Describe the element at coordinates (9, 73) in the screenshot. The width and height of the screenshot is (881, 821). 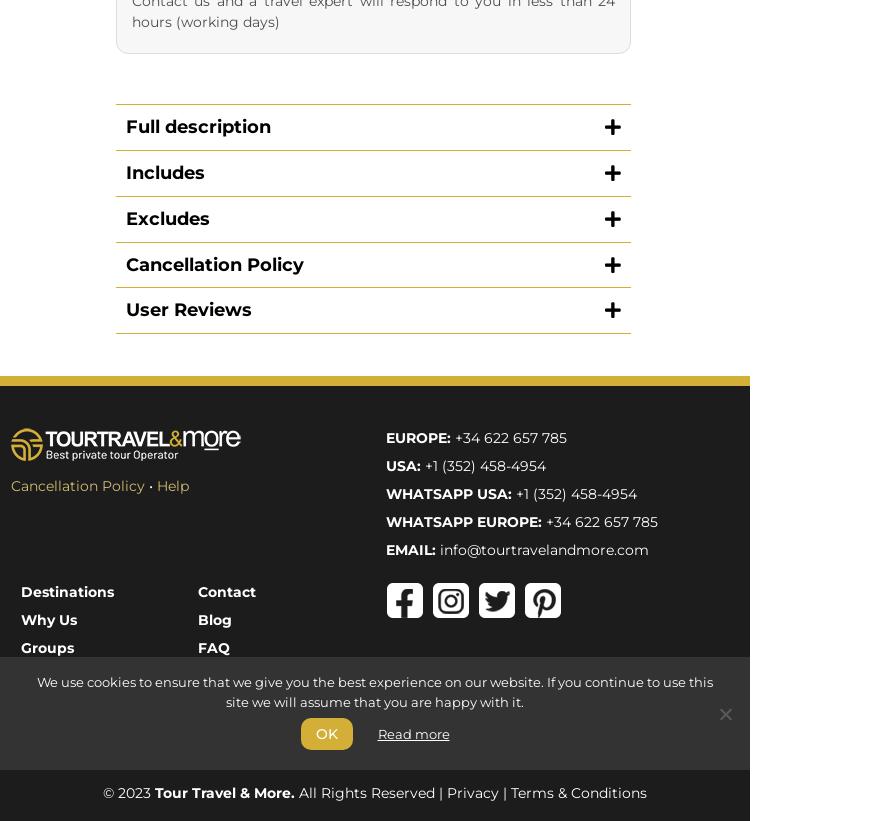
I see `'Cancellation Policy'` at that location.